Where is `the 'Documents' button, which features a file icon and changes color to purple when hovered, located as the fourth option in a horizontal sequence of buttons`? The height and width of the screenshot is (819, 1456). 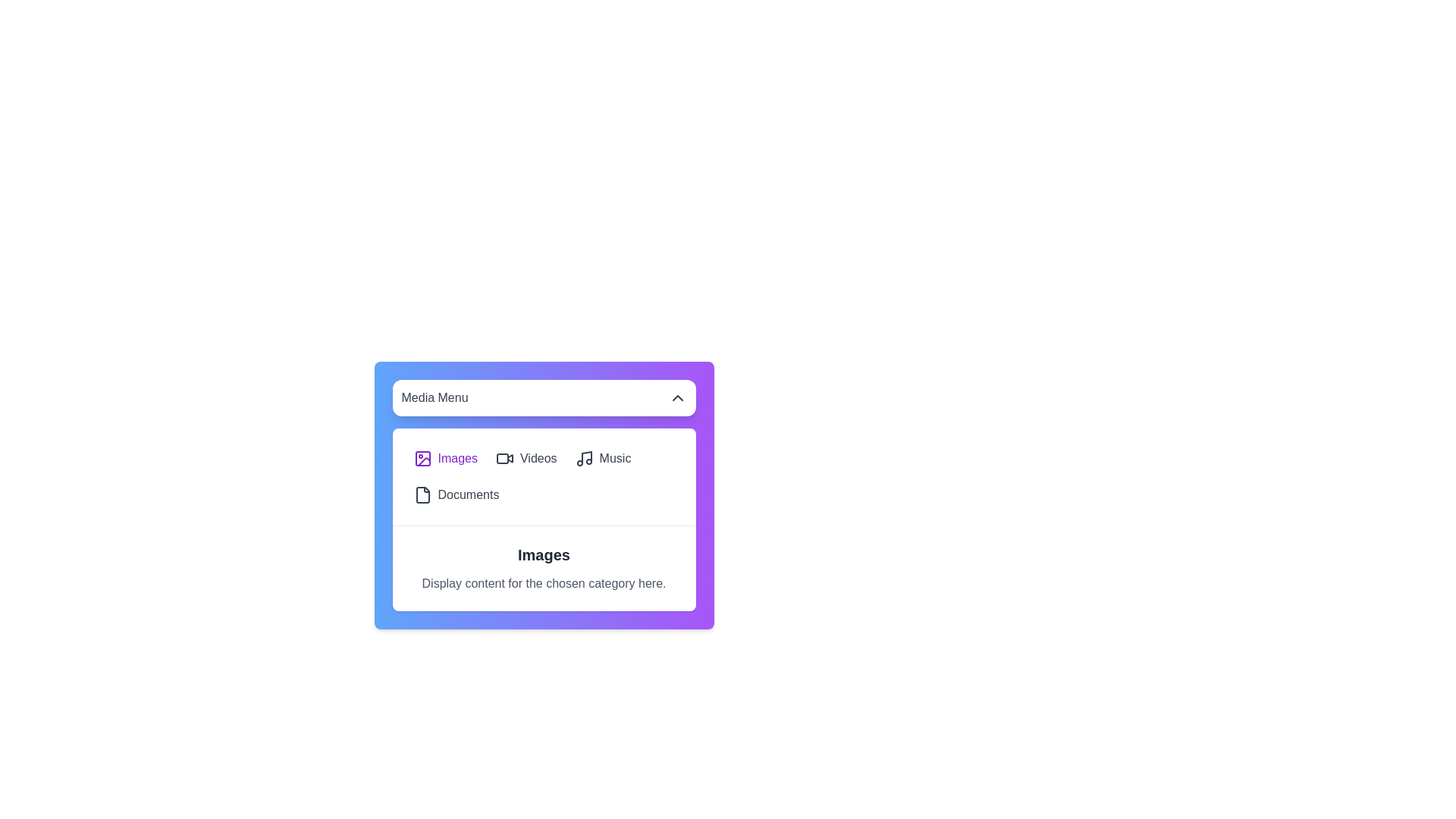
the 'Documents' button, which features a file icon and changes color to purple when hovered, located as the fourth option in a horizontal sequence of buttons is located at coordinates (455, 494).